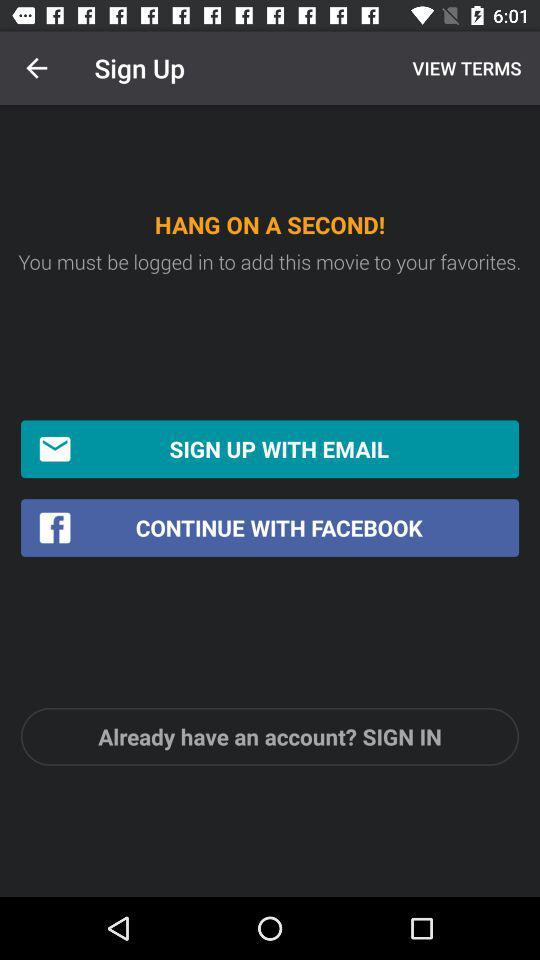 Image resolution: width=540 pixels, height=960 pixels. I want to click on item next to sign up icon, so click(464, 68).